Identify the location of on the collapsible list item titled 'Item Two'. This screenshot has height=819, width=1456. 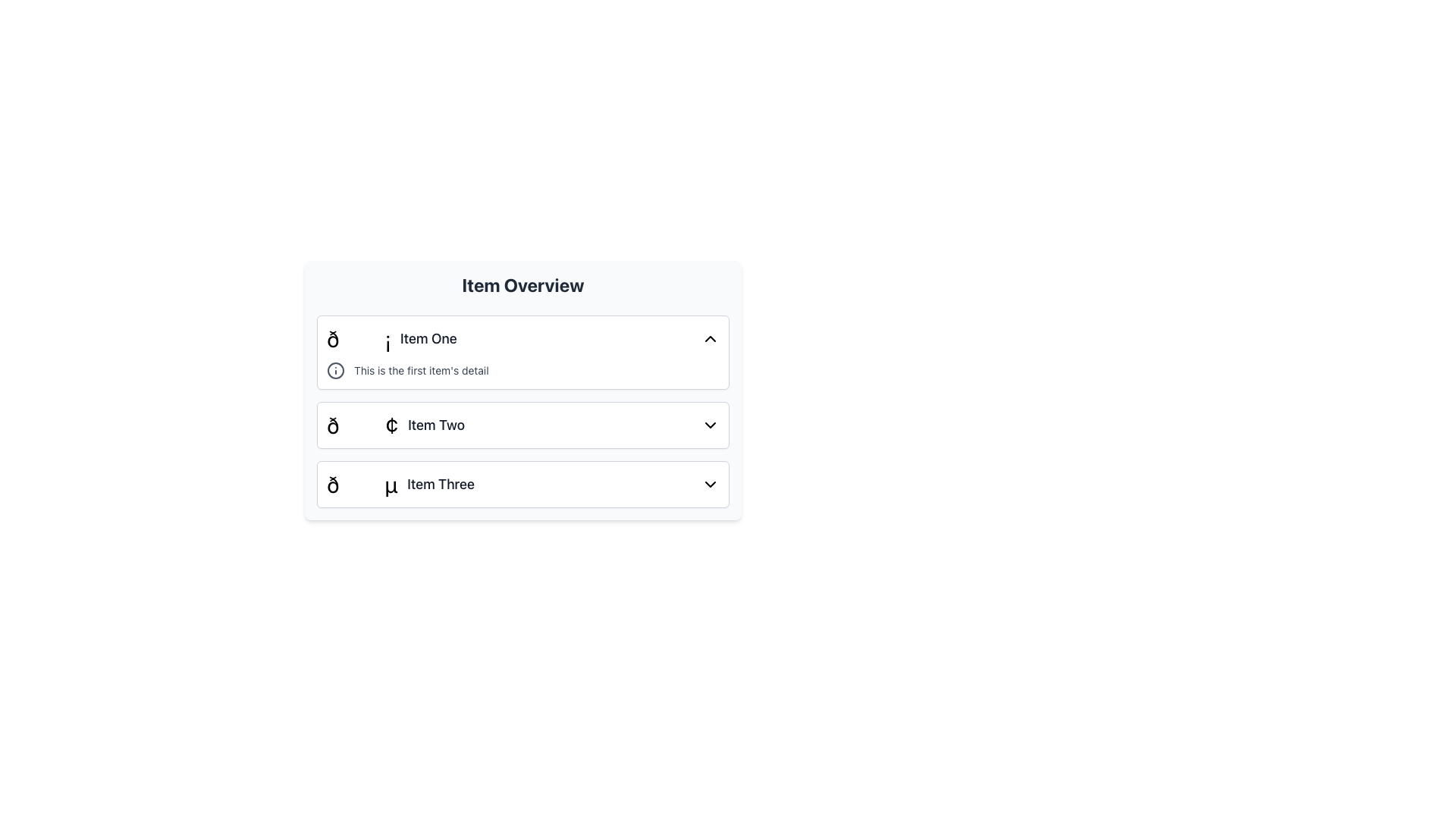
(523, 412).